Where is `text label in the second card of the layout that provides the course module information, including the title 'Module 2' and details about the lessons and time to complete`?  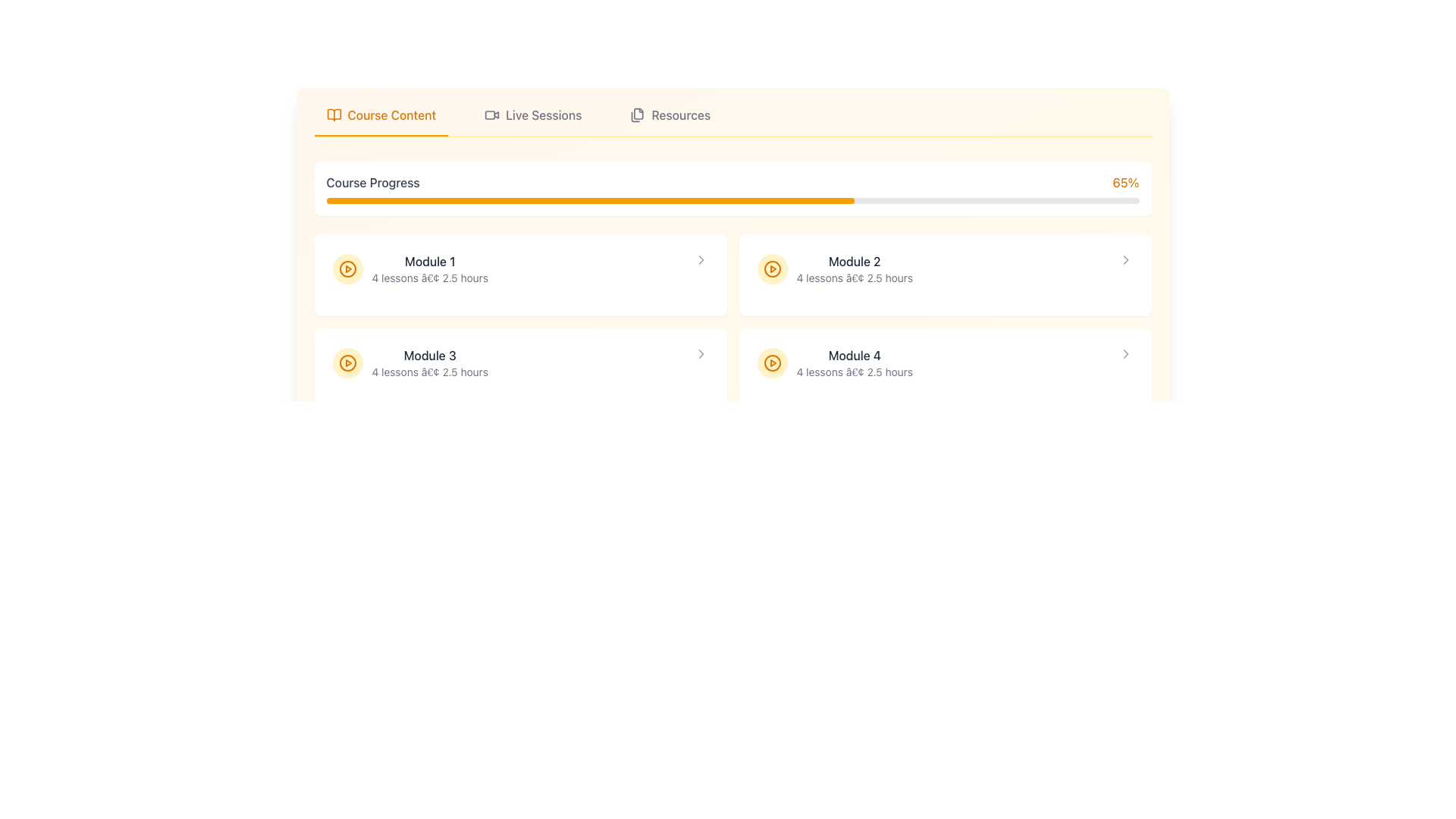
text label in the second card of the layout that provides the course module information, including the title 'Module 2' and details about the lessons and time to complete is located at coordinates (855, 268).